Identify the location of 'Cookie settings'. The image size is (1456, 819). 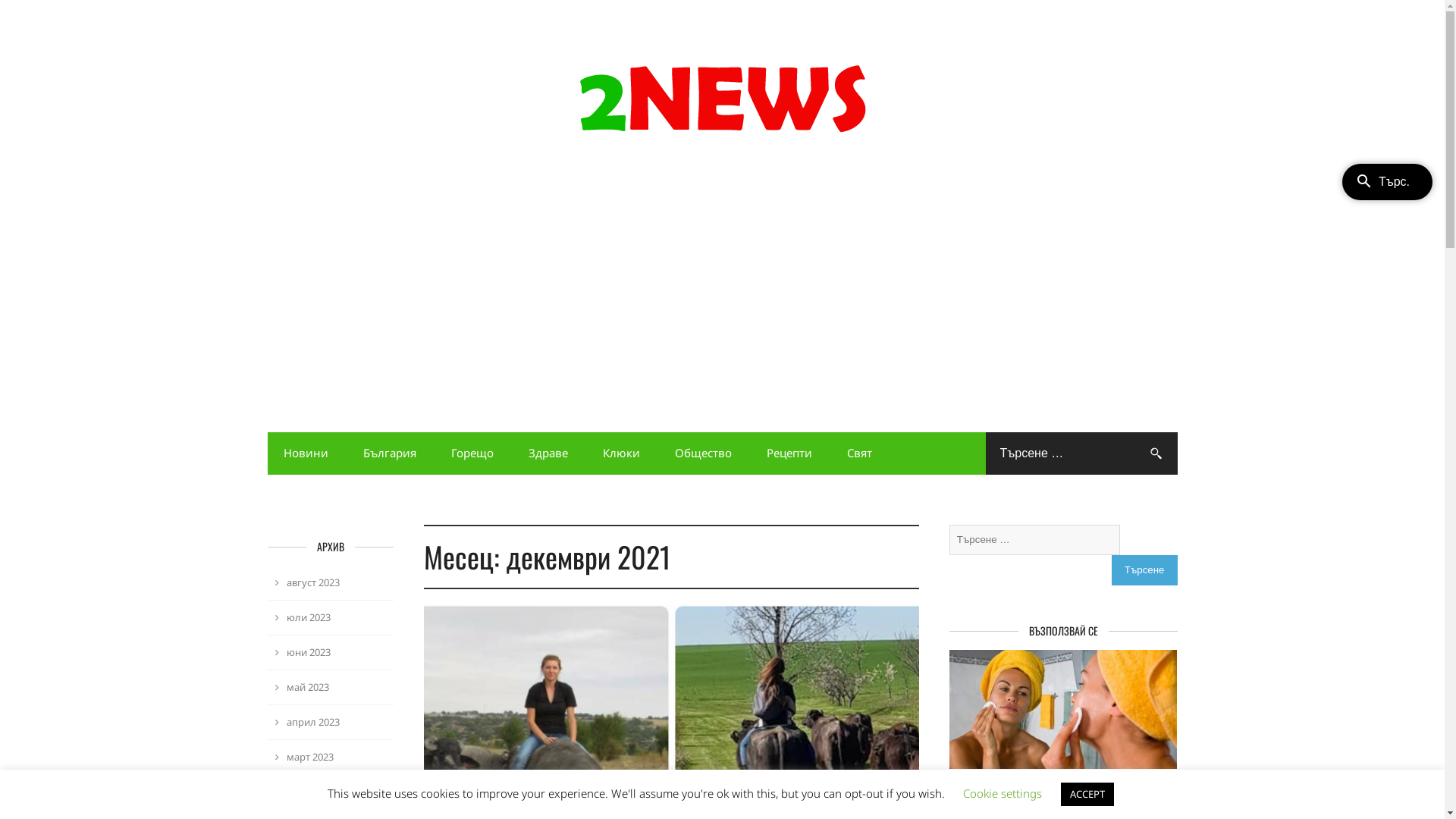
(1002, 792).